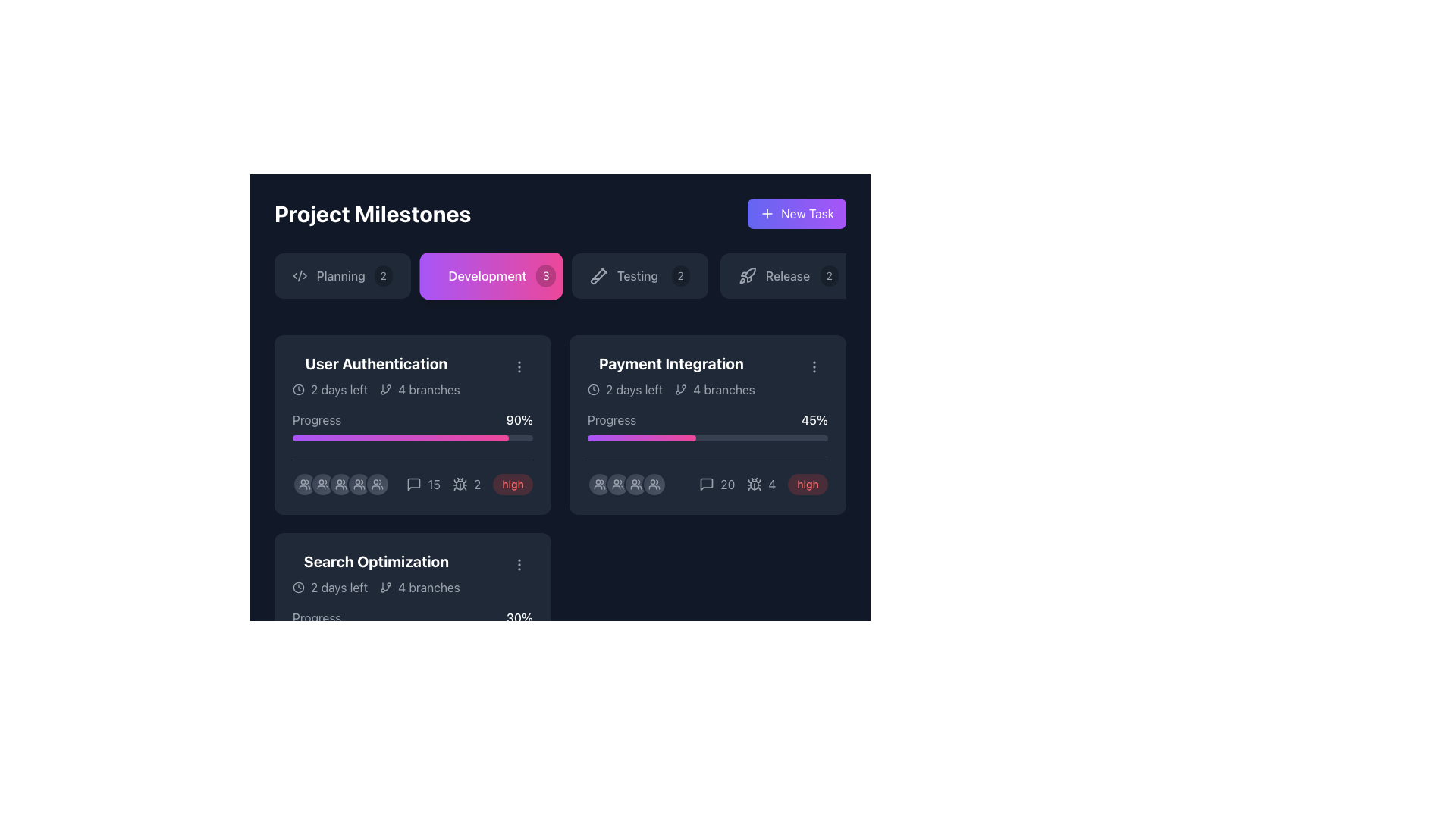  What do you see at coordinates (298, 388) in the screenshot?
I see `the circular outline of the Graphic Icon Component resembling a clock face, located above the text '2 days left' within the 'User Authentication' card` at bounding box center [298, 388].